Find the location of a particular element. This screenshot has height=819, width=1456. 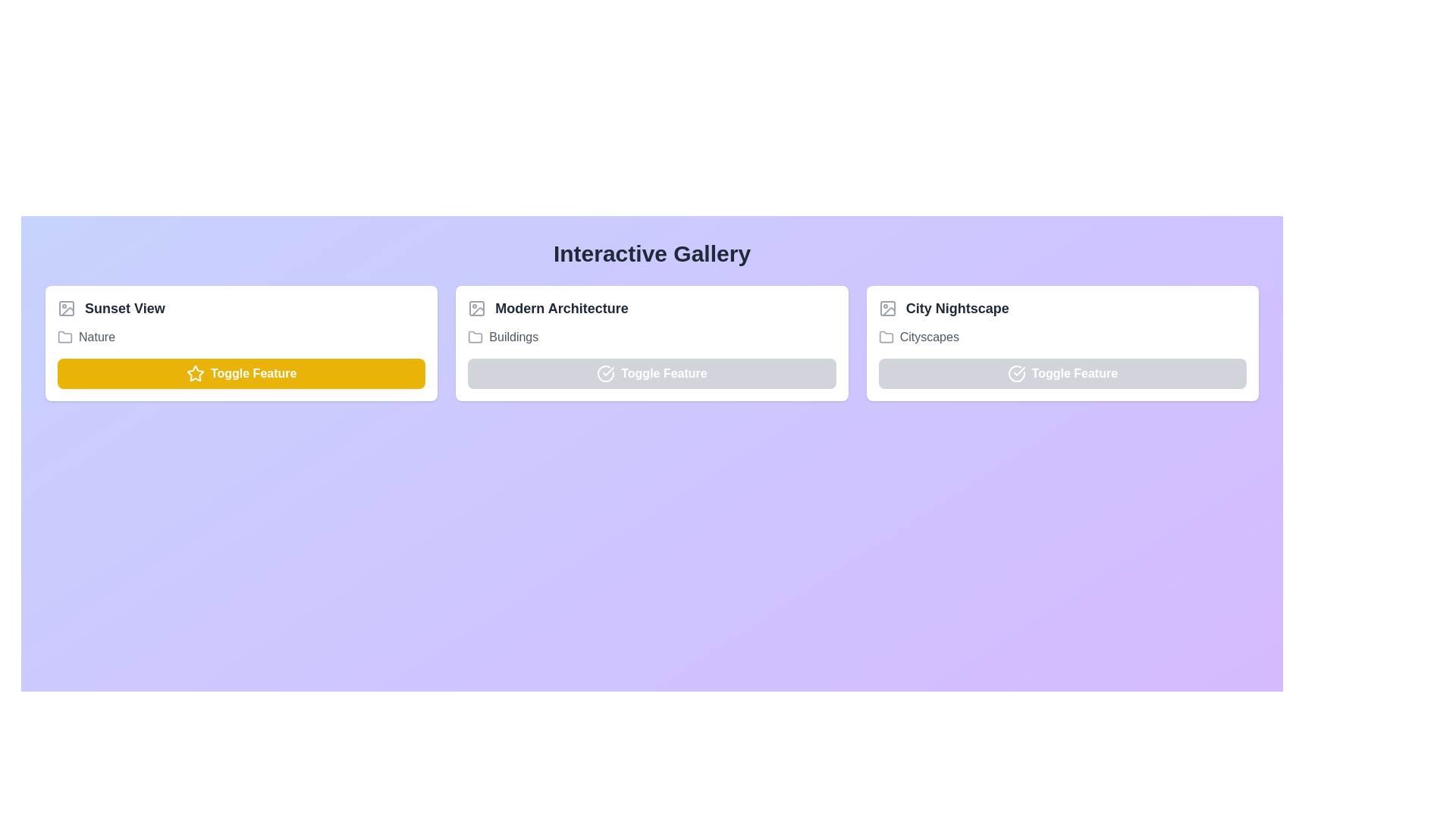

the SVG rectangle with rounded corners and a gray border located in the third card titled 'City Nightscape' is located at coordinates (887, 308).